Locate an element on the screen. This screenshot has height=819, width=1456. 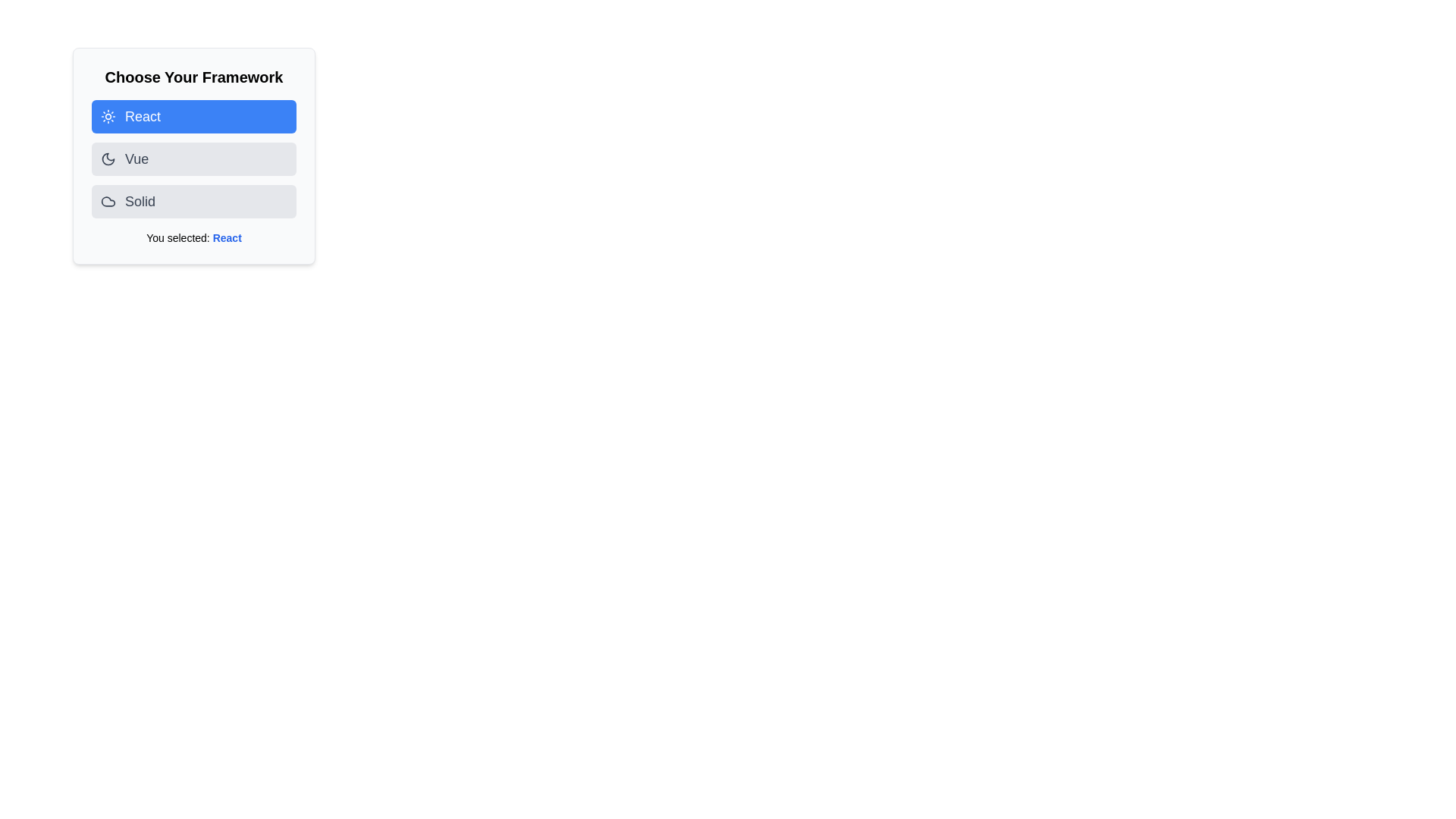
the cloud-shaped icon in the third button slot labeled 'Solid' is located at coordinates (108, 201).